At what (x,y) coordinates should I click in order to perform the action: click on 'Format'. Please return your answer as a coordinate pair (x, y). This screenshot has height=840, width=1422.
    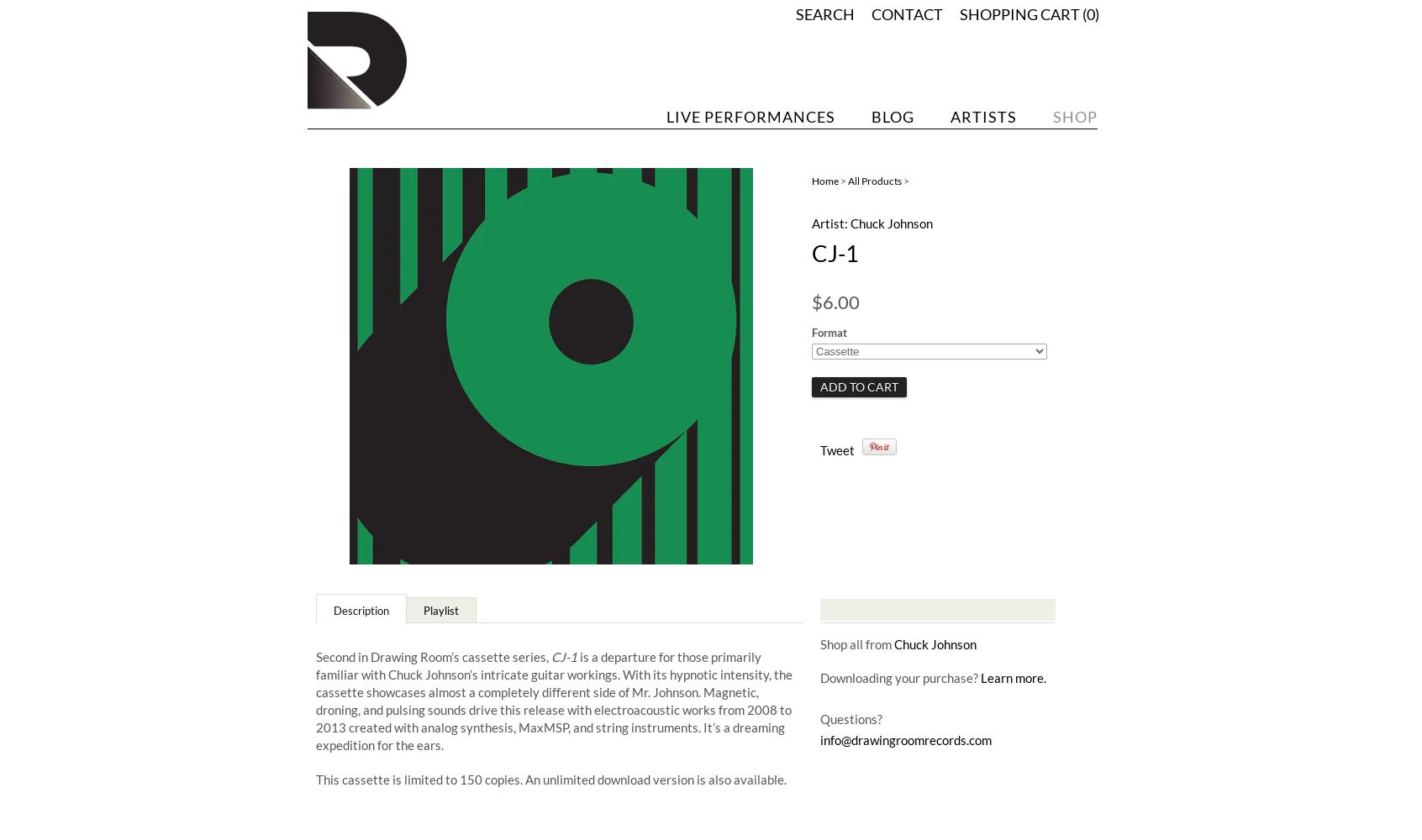
    Looking at the image, I should click on (811, 332).